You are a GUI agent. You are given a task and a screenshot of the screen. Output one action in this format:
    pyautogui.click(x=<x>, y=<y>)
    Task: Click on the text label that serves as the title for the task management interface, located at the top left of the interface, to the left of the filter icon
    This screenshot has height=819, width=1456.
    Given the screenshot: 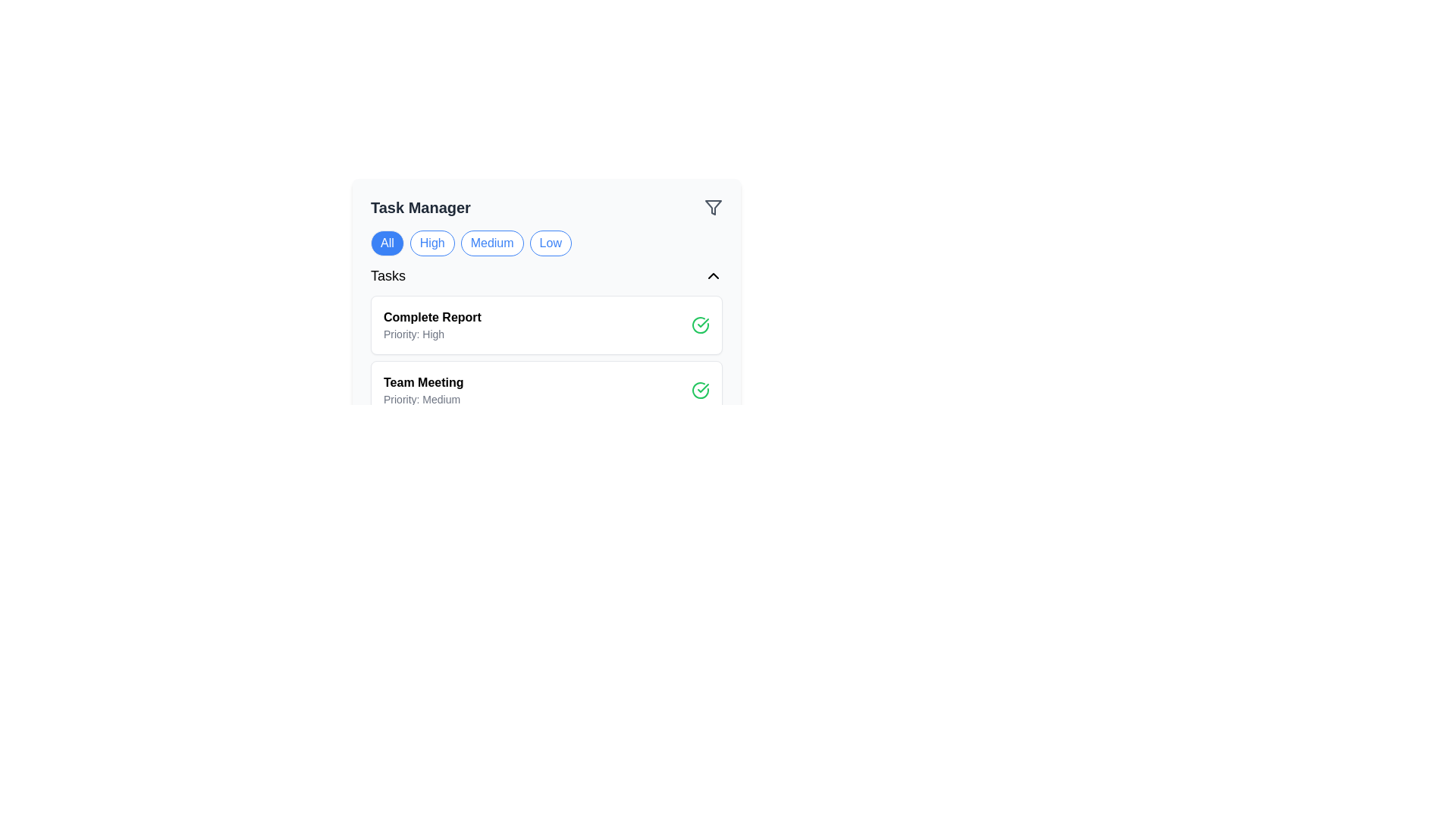 What is the action you would take?
    pyautogui.click(x=420, y=207)
    